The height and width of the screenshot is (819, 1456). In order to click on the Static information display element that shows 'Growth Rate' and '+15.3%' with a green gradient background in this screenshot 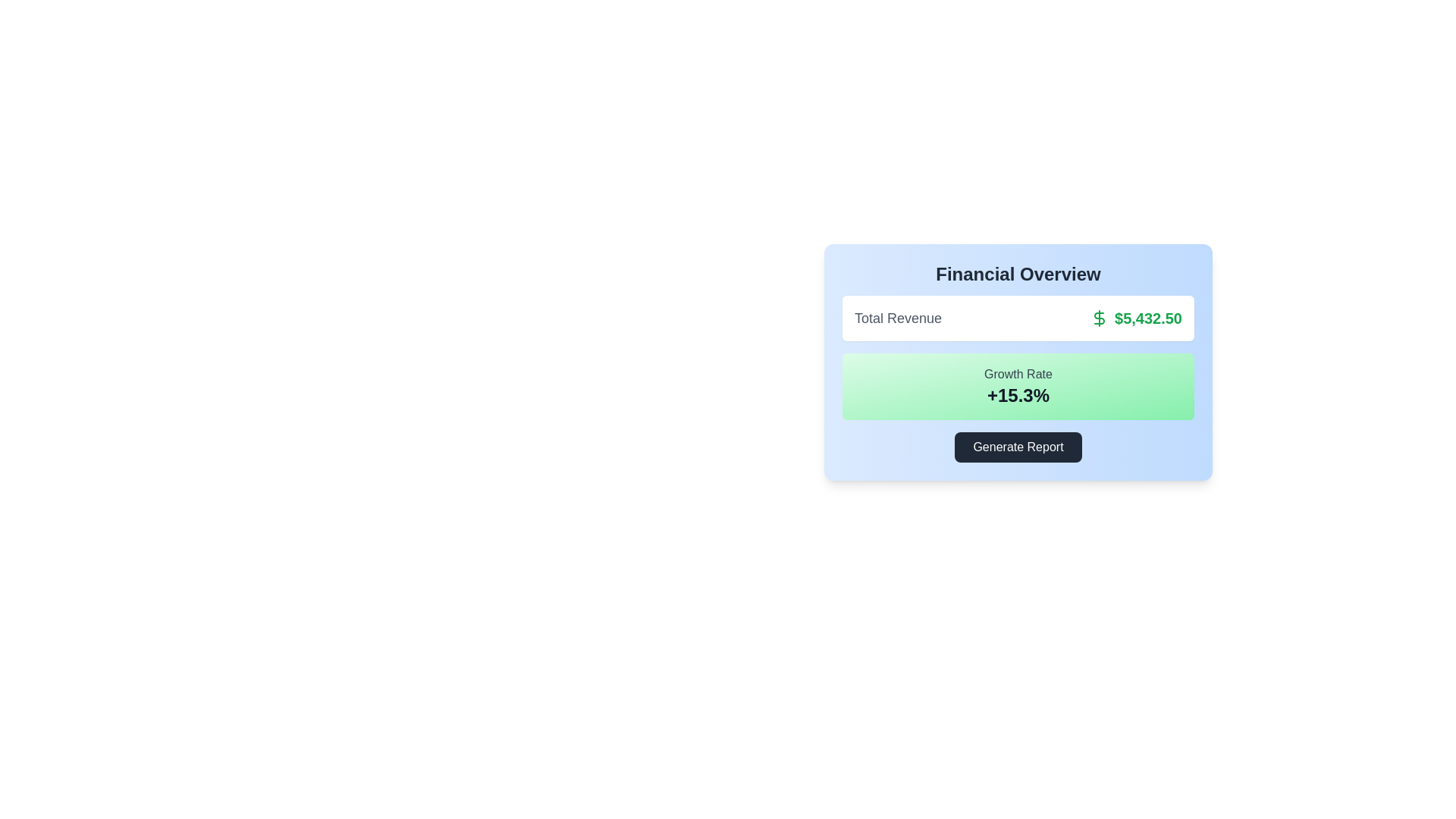, I will do `click(1018, 385)`.